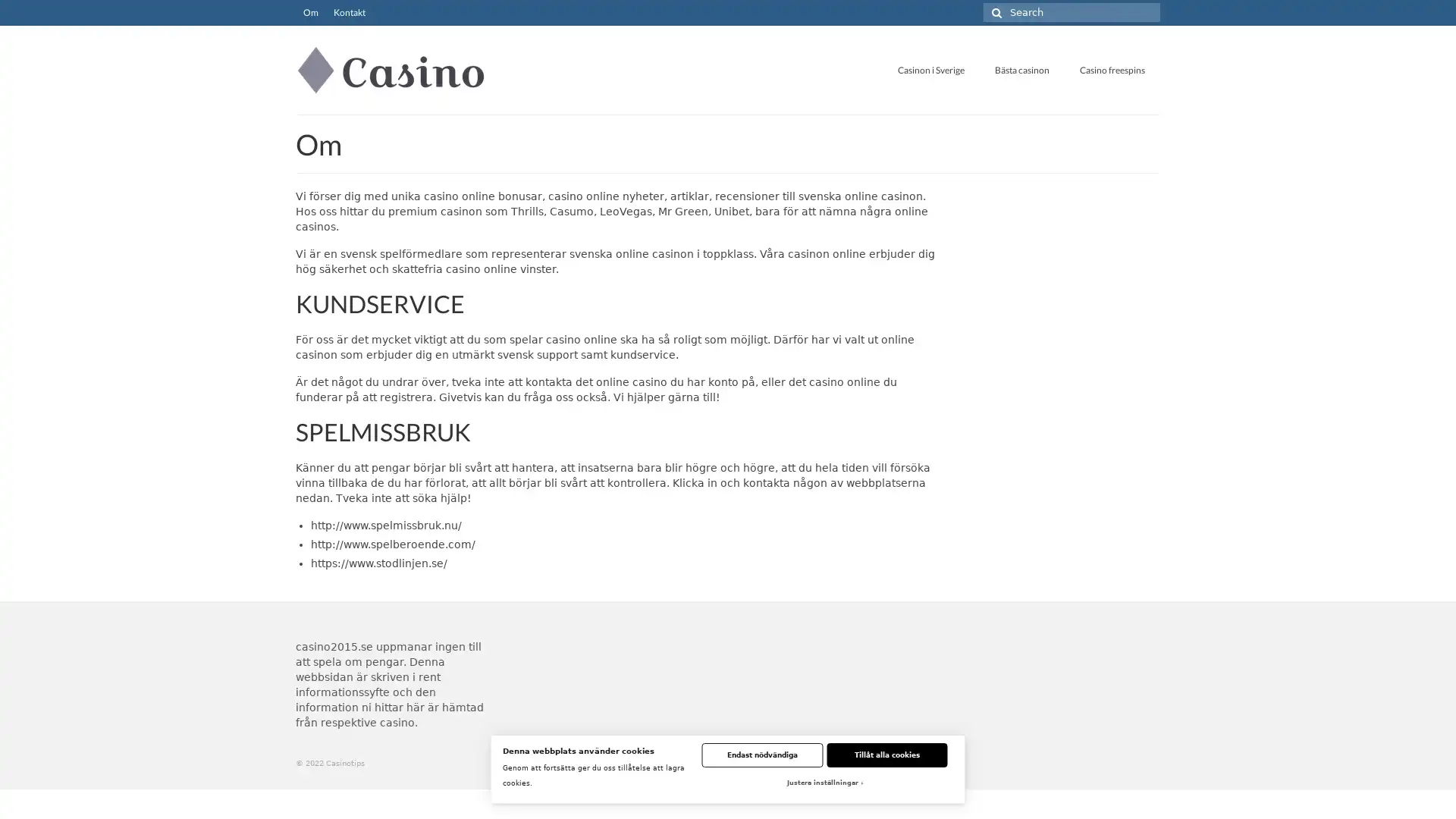  Describe the element at coordinates (761, 755) in the screenshot. I see `Endast nodvandiga` at that location.